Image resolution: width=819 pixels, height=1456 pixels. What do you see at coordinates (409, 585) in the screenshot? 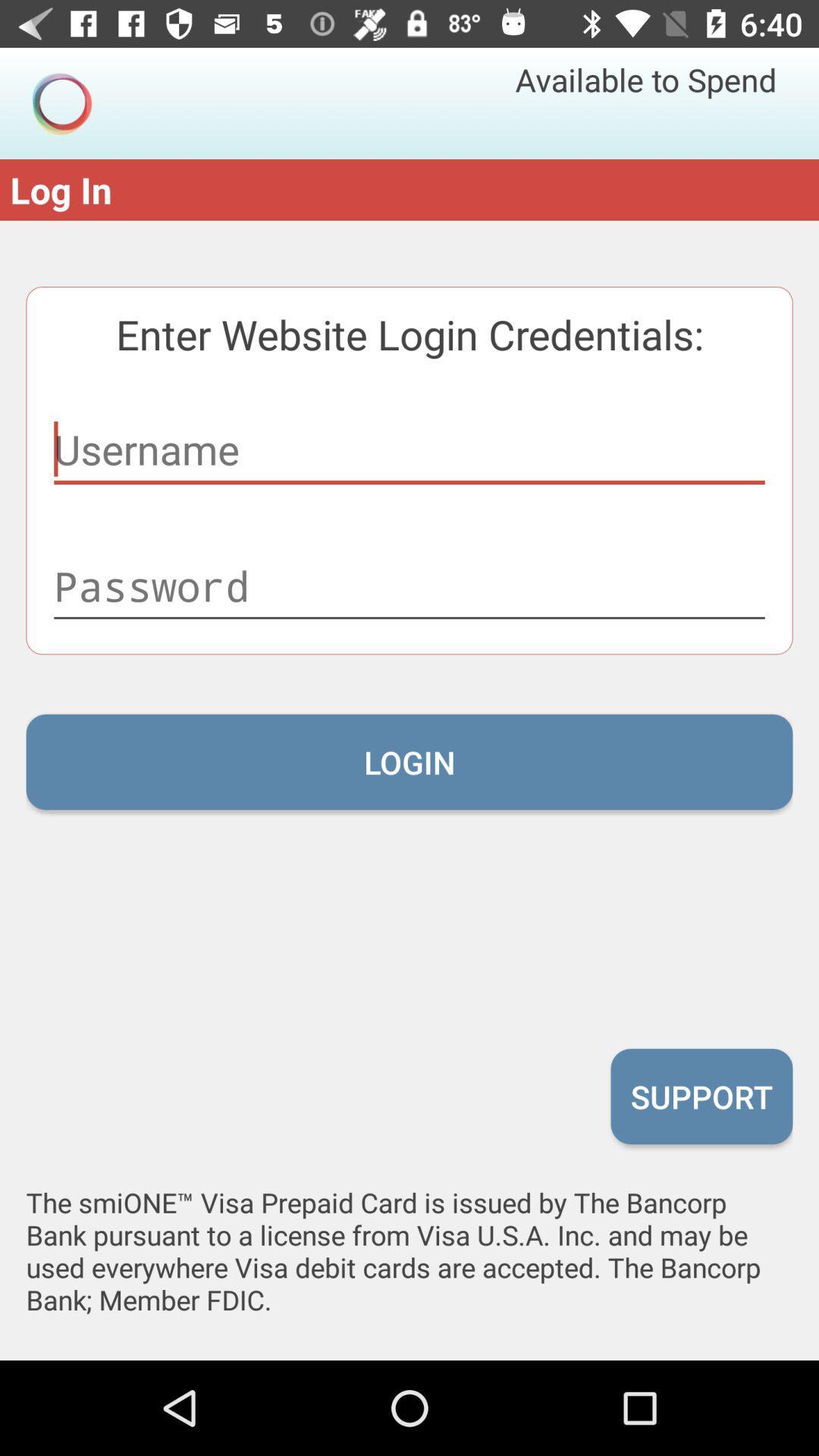
I see `type password` at bounding box center [409, 585].